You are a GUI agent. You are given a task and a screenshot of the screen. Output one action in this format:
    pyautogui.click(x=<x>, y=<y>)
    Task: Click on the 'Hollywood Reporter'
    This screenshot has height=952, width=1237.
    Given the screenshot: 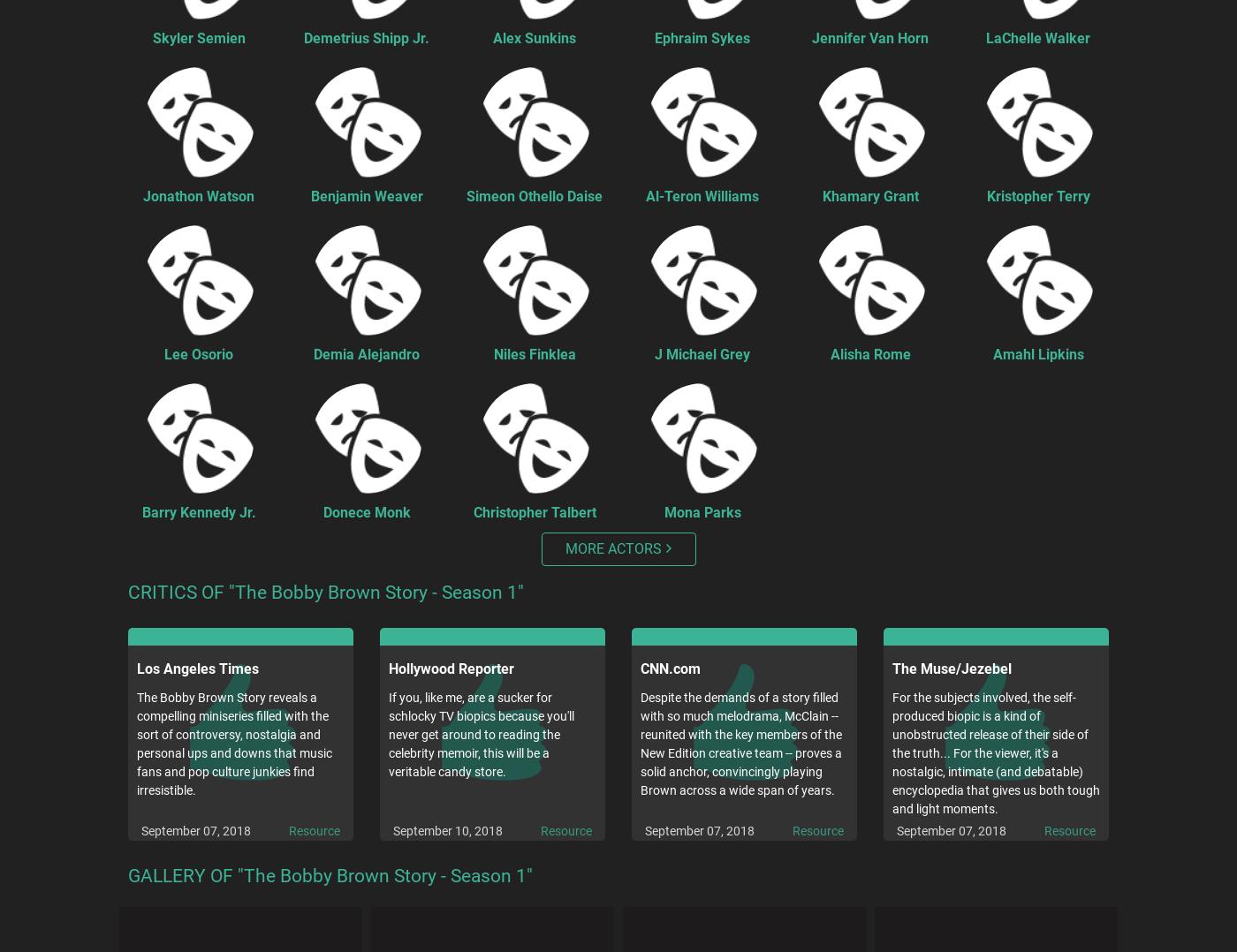 What is the action you would take?
    pyautogui.click(x=452, y=669)
    